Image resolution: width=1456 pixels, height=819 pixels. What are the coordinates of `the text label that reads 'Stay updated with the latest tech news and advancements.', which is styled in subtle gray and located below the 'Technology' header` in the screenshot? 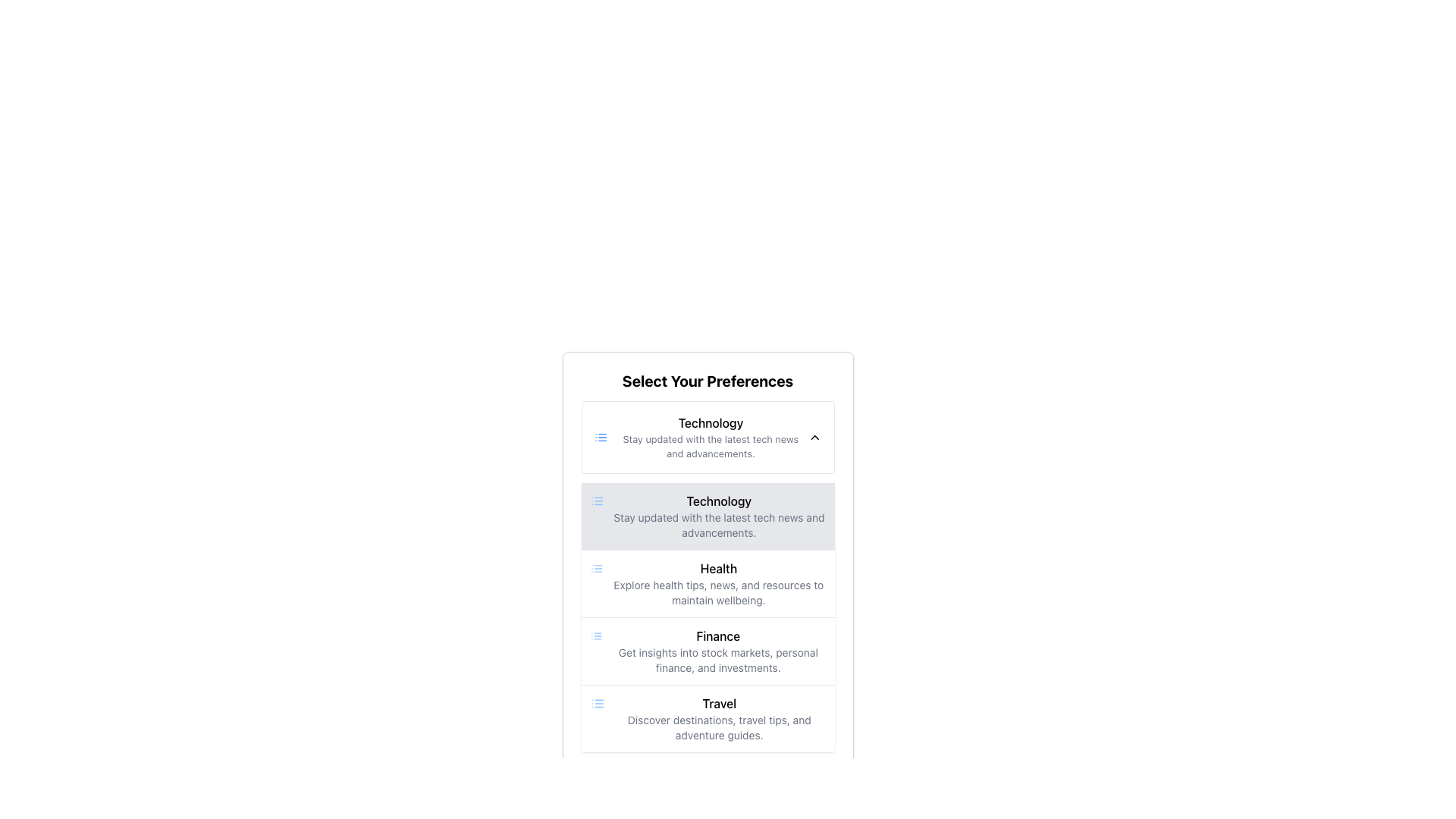 It's located at (710, 446).